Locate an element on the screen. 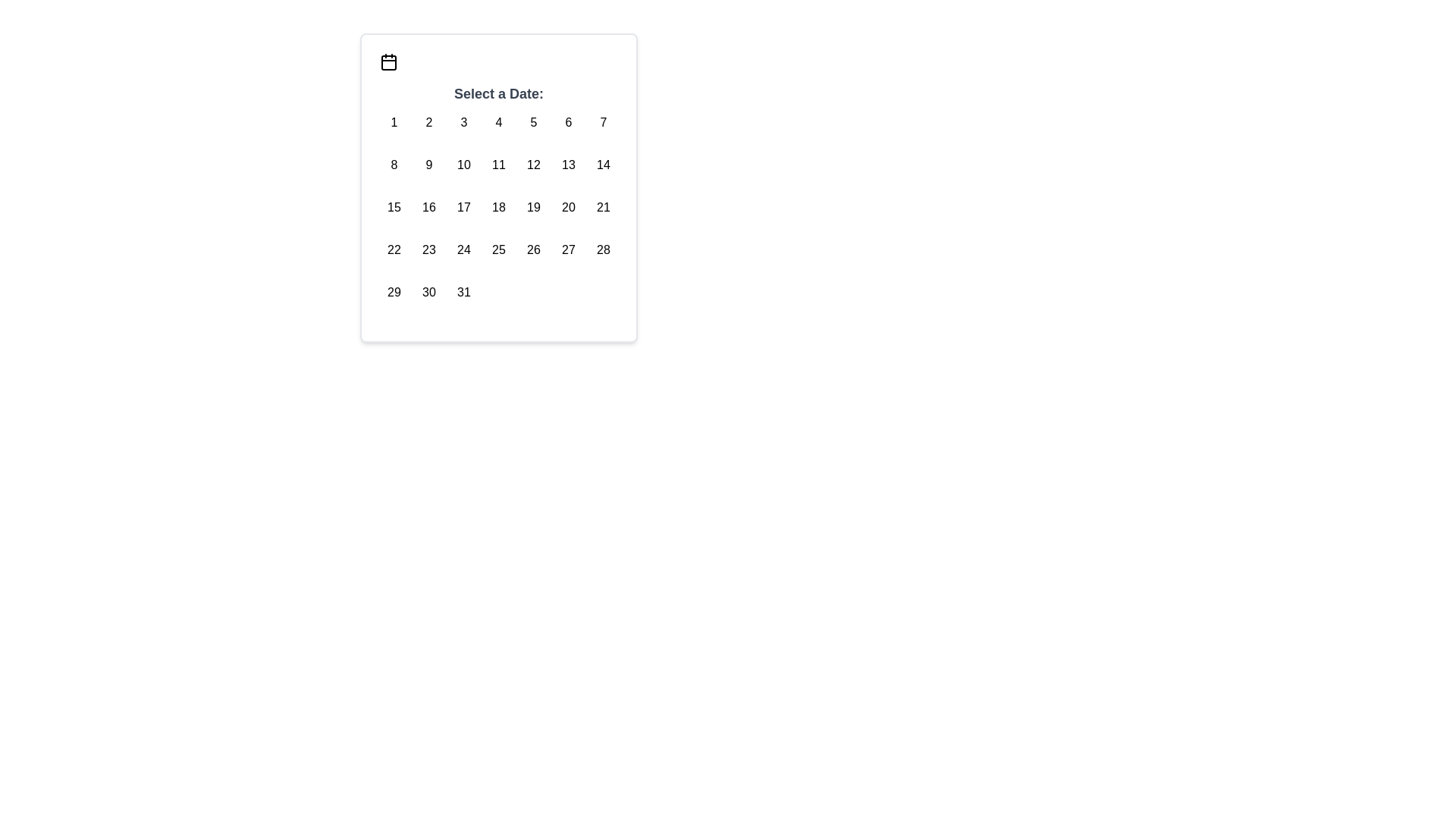 Image resolution: width=1456 pixels, height=819 pixels. the button representing the 15th day in the calendar view is located at coordinates (394, 207).